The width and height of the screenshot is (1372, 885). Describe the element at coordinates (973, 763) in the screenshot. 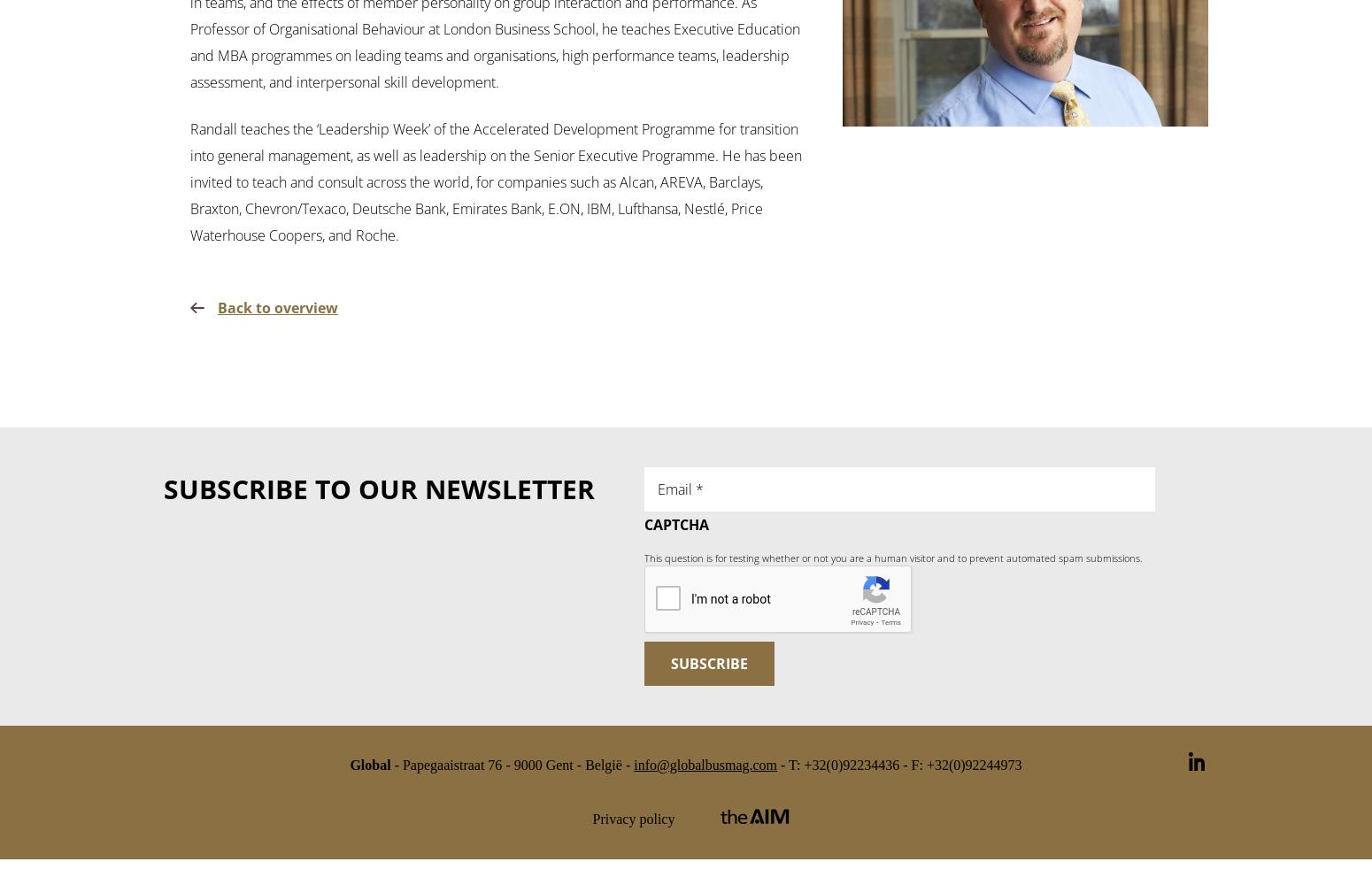

I see `'+32(0)92244973'` at that location.